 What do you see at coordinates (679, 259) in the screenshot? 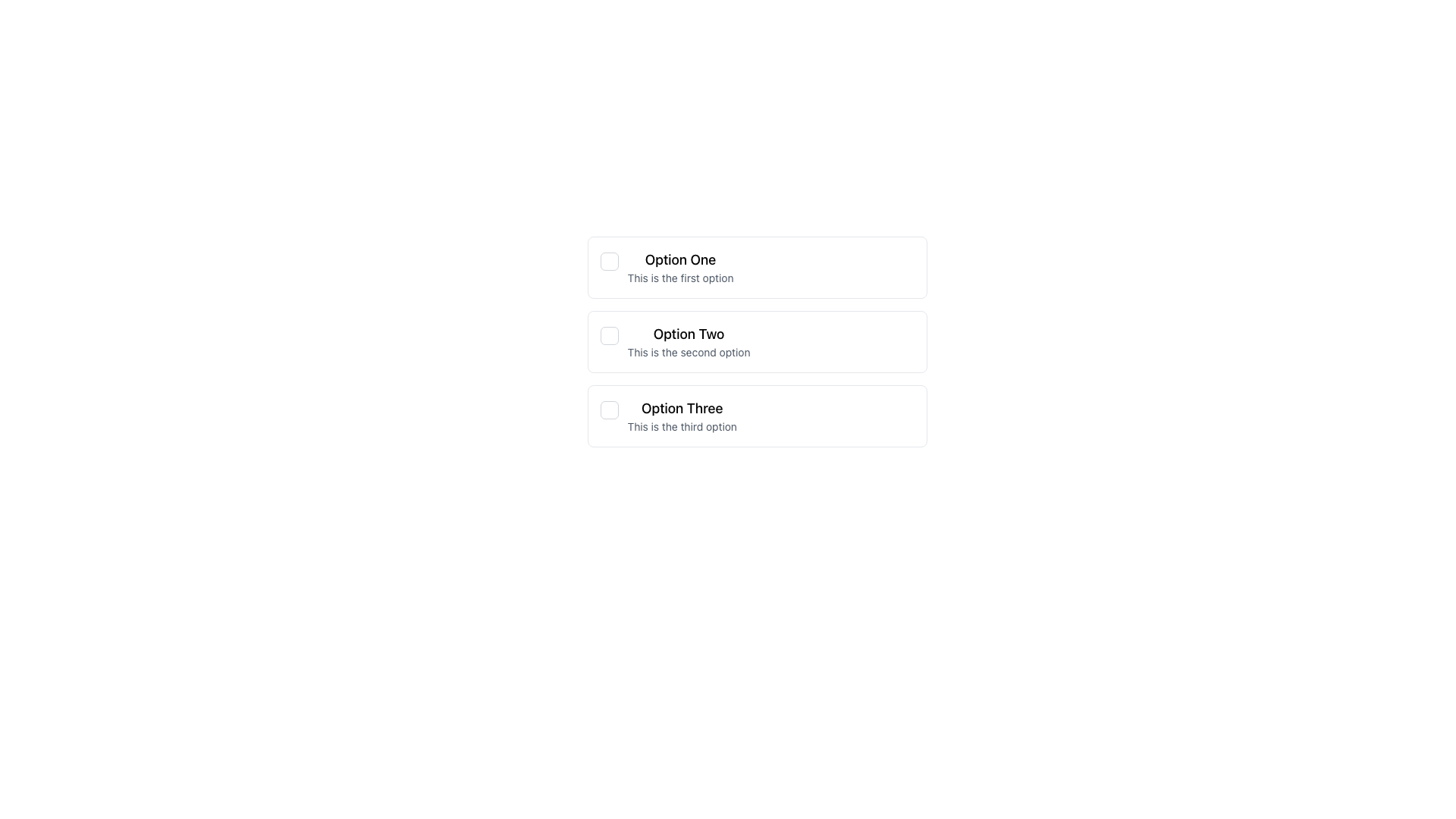
I see `the text label 'Option One', which is styled in a larger font and bold, positioned at the top of the options list` at bounding box center [679, 259].